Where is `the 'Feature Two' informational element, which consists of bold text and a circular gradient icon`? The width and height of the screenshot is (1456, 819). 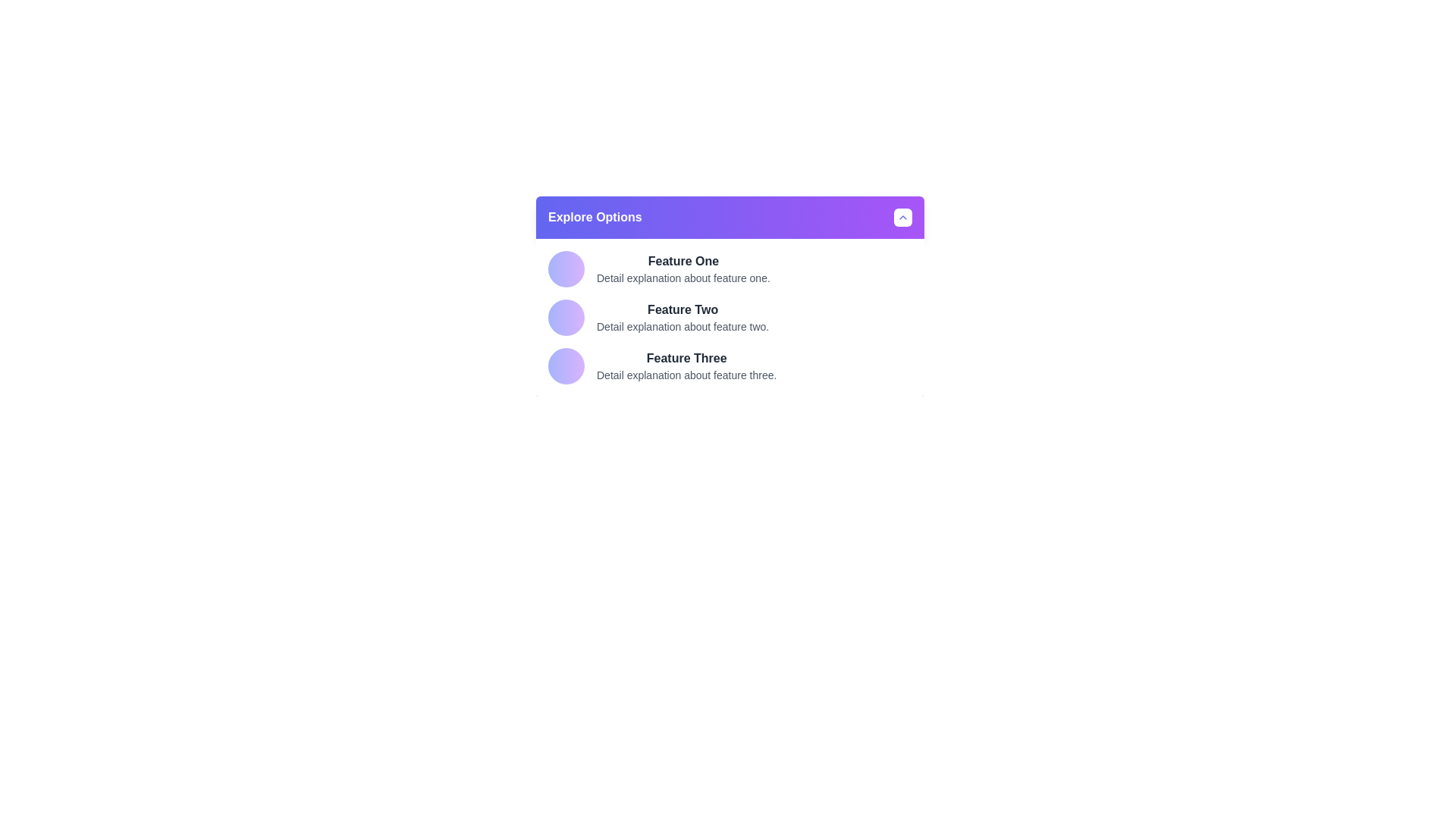
the 'Feature Two' informational element, which consists of bold text and a circular gradient icon is located at coordinates (730, 317).